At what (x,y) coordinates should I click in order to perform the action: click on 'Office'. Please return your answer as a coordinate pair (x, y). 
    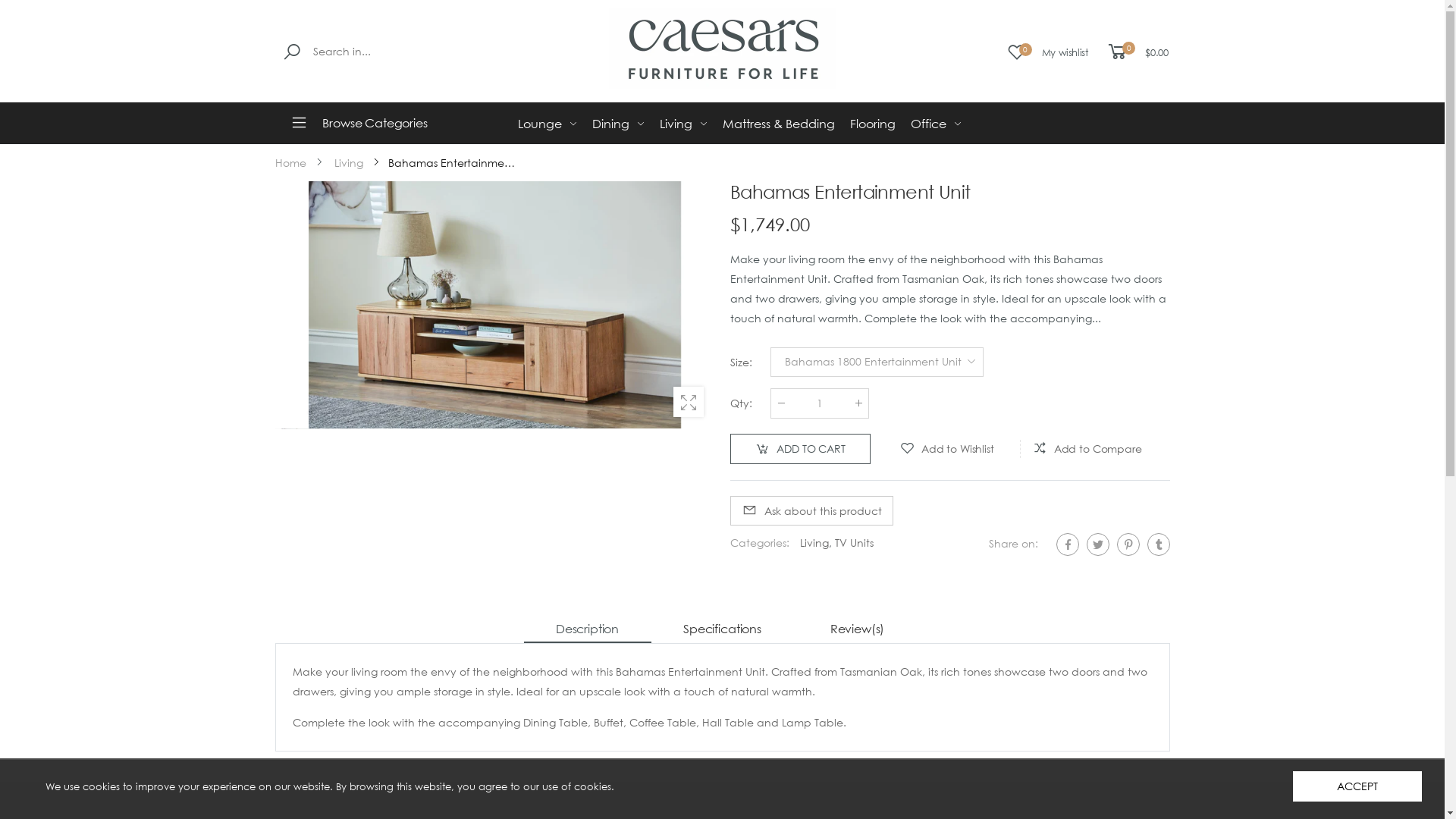
    Looking at the image, I should click on (934, 122).